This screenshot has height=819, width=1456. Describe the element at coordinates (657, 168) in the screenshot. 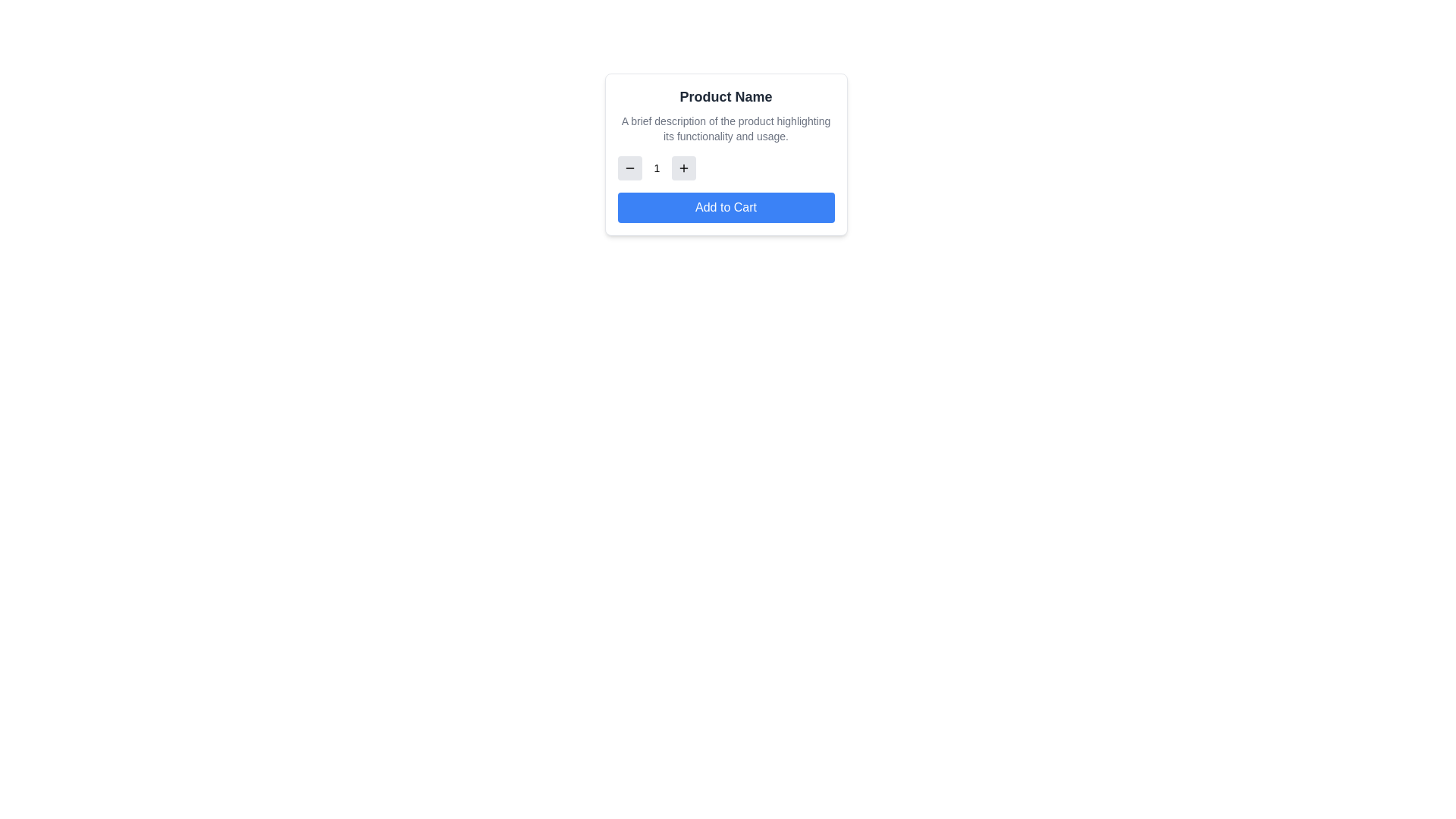

I see `the static text that displays the current quantity value for a product, positioned between the minus and plus sign buttons` at that location.